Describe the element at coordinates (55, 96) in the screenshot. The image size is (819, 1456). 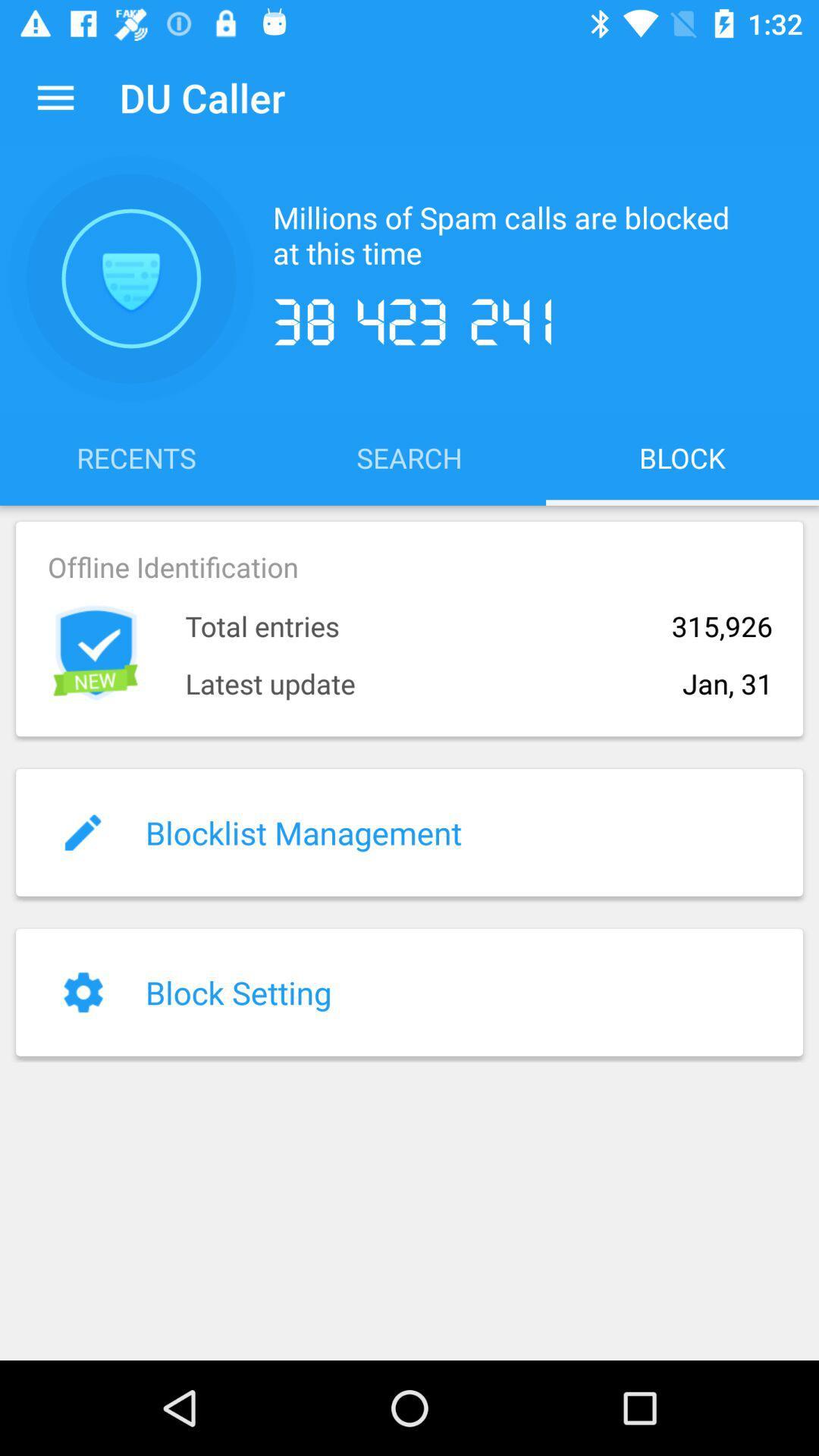
I see `icon to the left of du caller item` at that location.